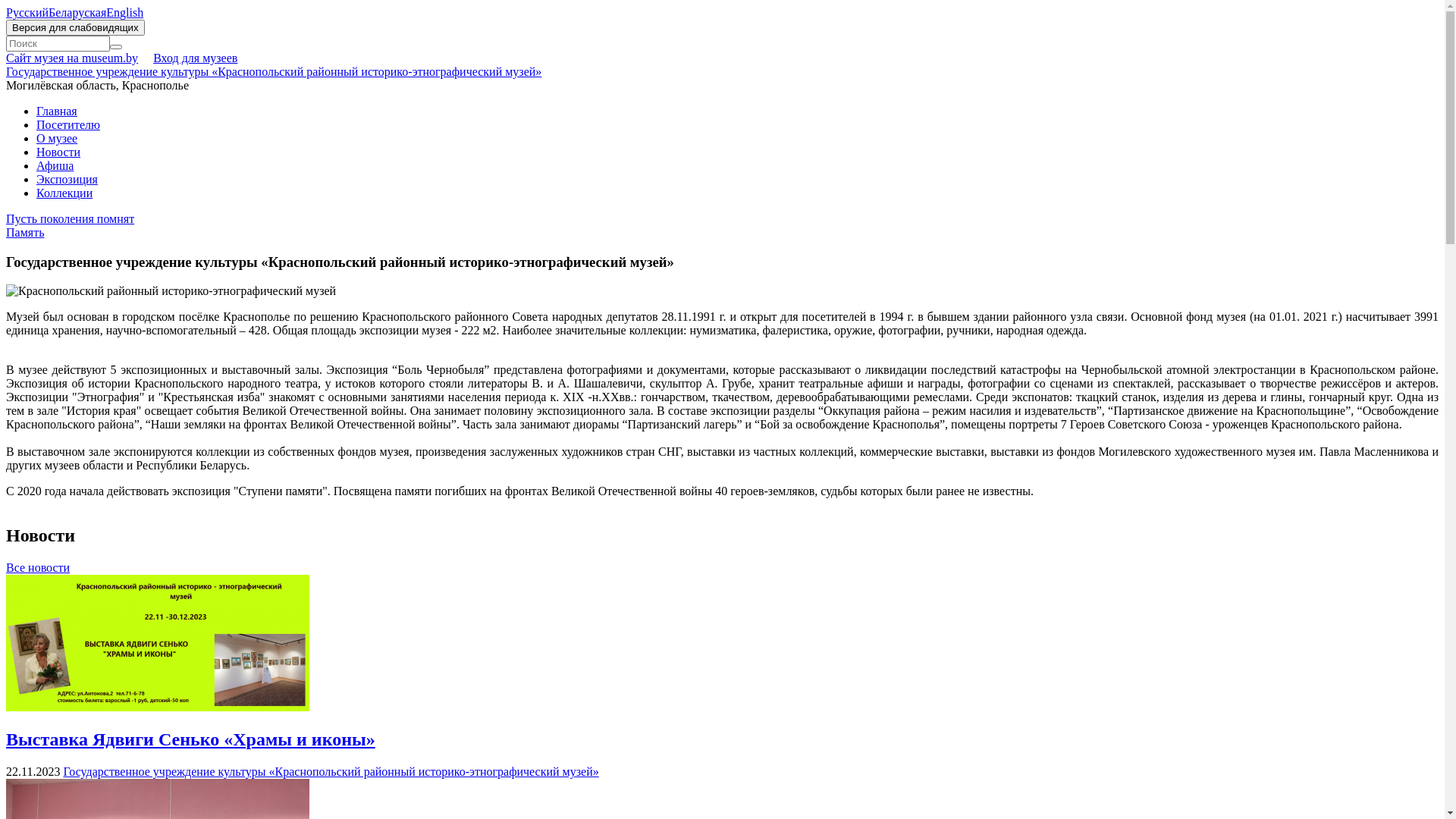  What do you see at coordinates (105, 12) in the screenshot?
I see `'English'` at bounding box center [105, 12].